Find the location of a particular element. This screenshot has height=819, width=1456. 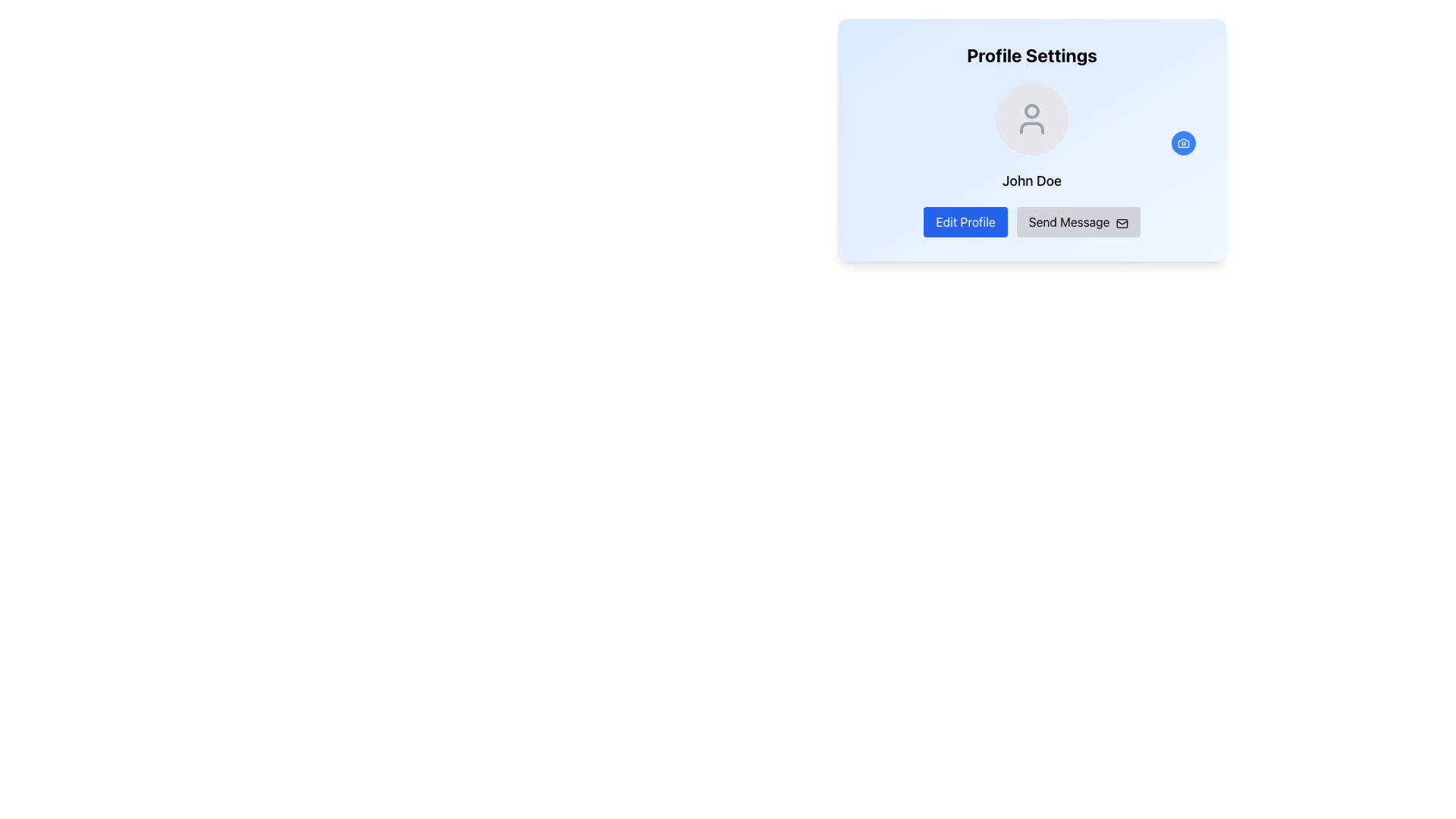

the profile picture upload button located at the bottom-right corner of the 'Profile Settings' card is located at coordinates (1182, 143).